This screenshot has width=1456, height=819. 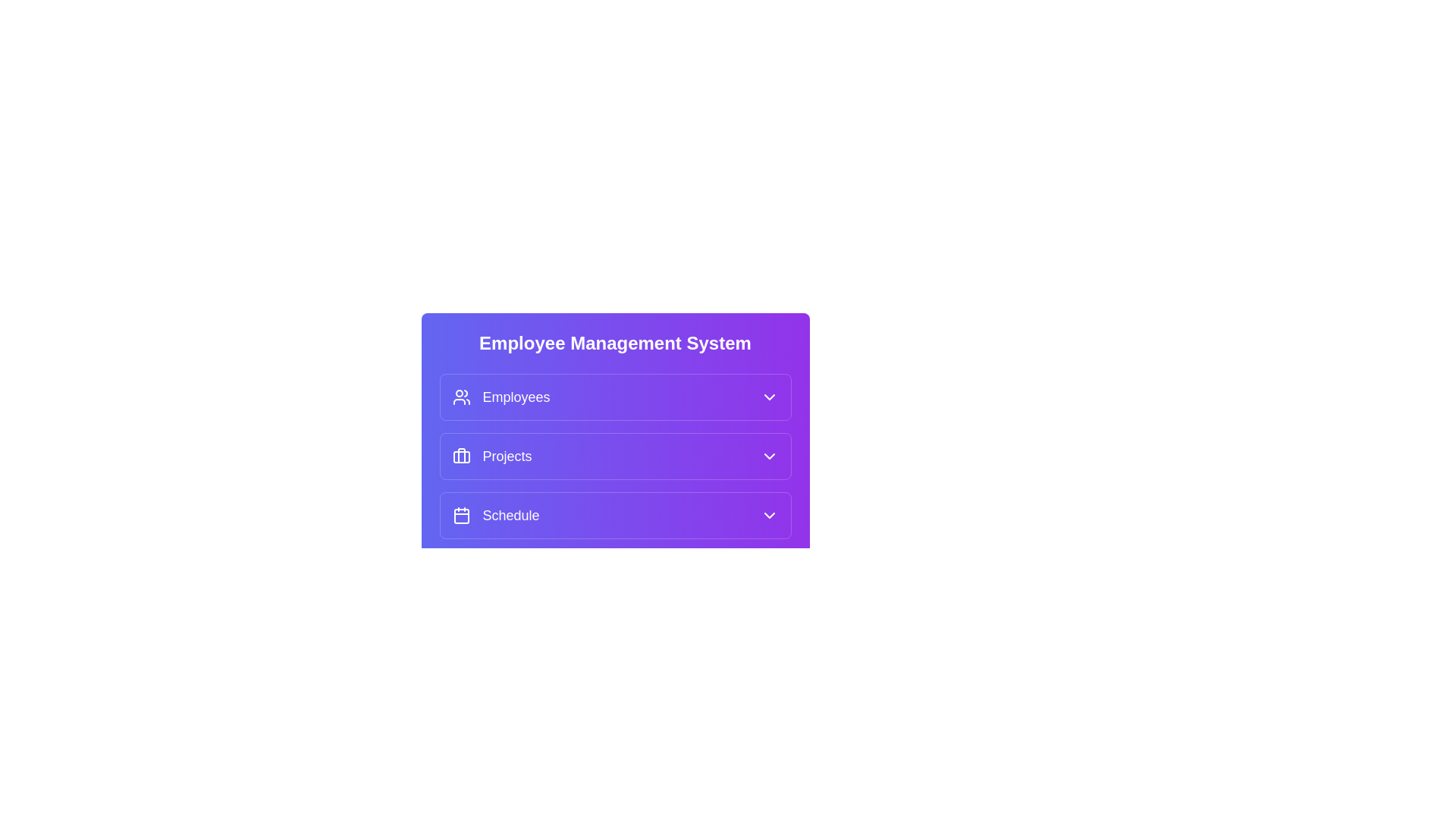 What do you see at coordinates (511, 514) in the screenshot?
I see `text label with the content 'Schedule', which is styled with a medium font weight and large size, located in the vertical menu section below the heading 'Employee Management System'` at bounding box center [511, 514].